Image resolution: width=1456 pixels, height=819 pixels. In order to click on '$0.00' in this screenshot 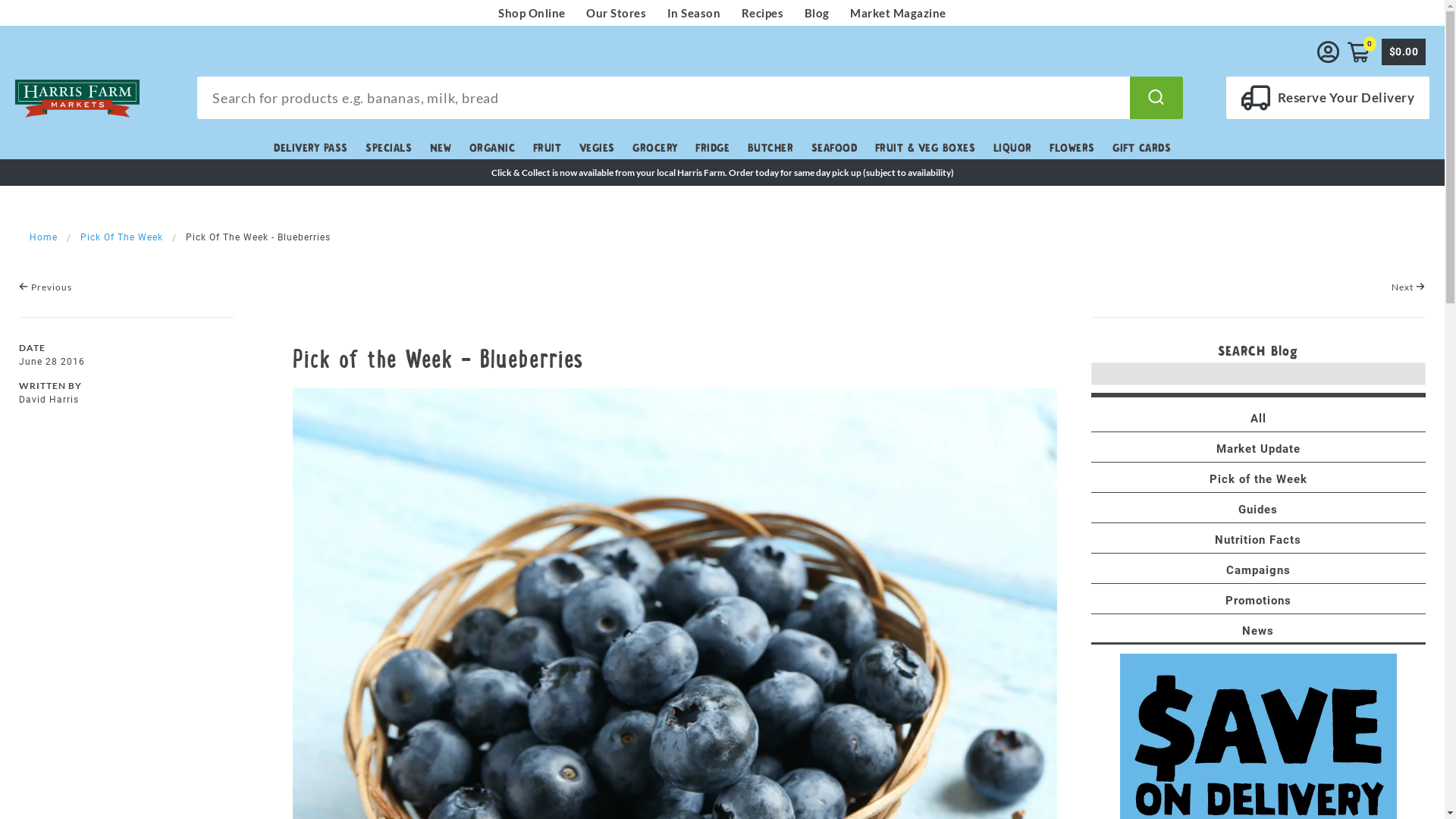, I will do `click(1402, 51)`.